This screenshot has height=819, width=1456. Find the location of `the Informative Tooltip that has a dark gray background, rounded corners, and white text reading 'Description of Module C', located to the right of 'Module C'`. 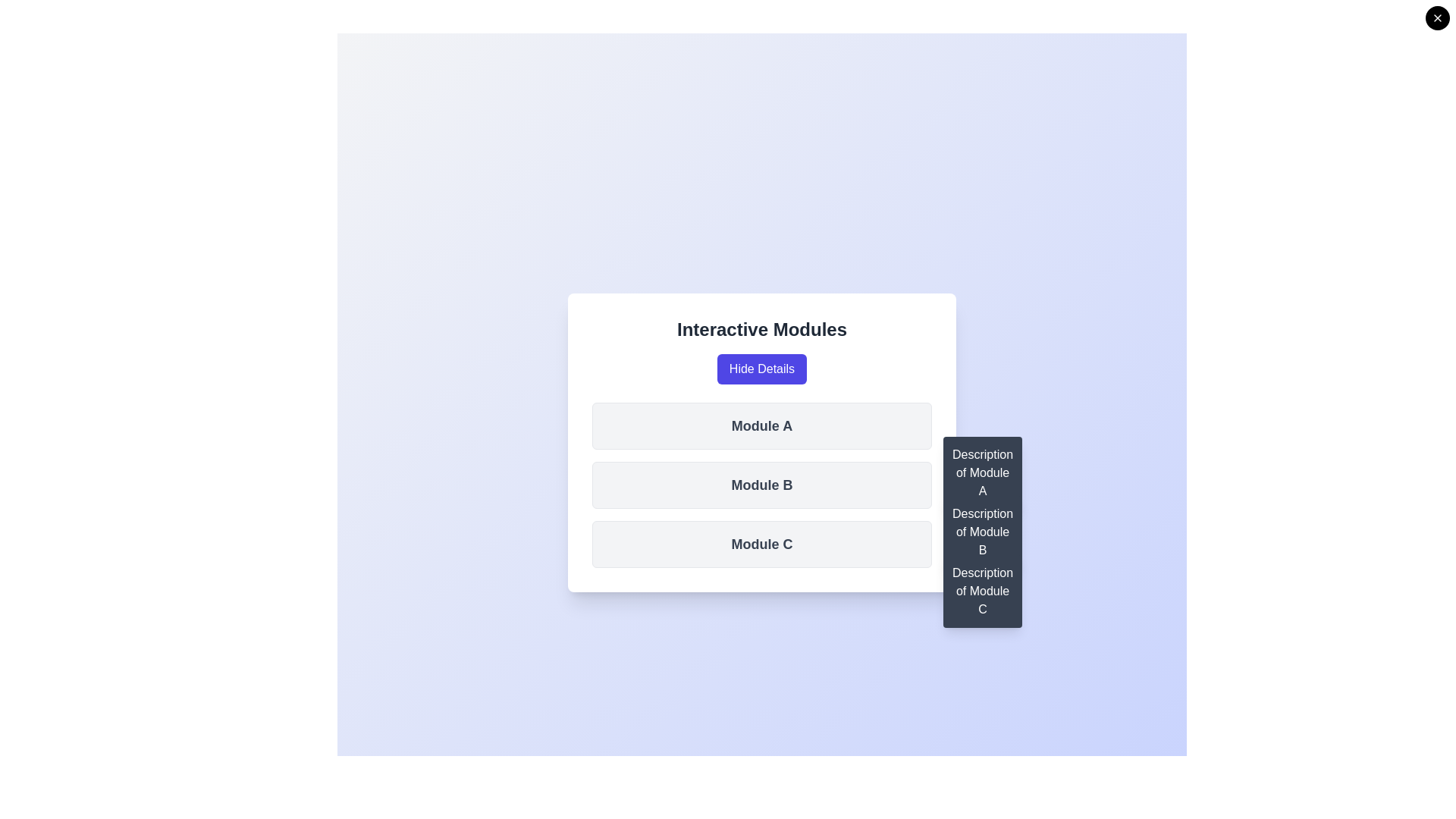

the Informative Tooltip that has a dark gray background, rounded corners, and white text reading 'Description of Module C', located to the right of 'Module C' is located at coordinates (983, 590).